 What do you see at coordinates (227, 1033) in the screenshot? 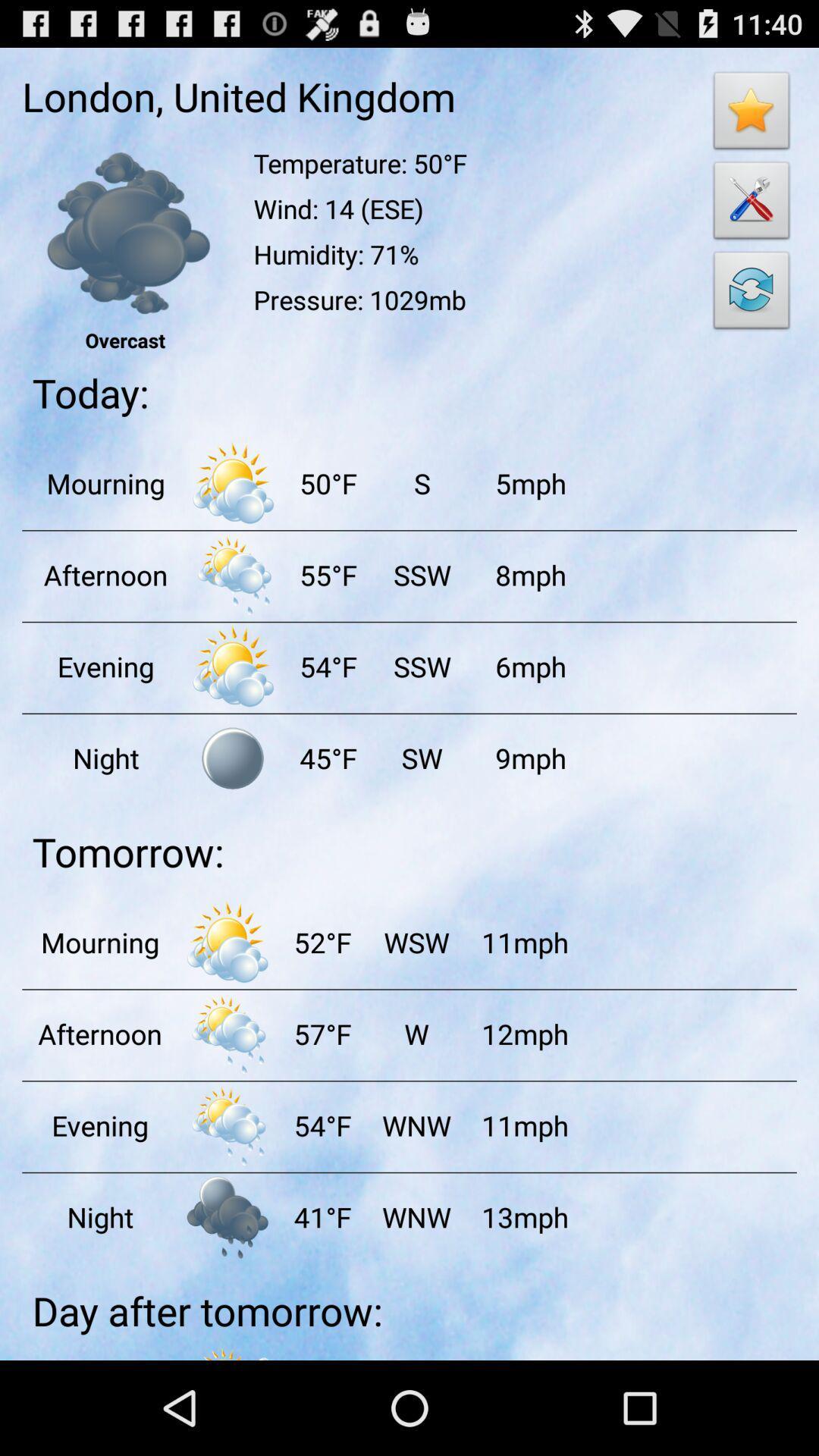
I see `show precipitation information for tomorrow afternoon` at bounding box center [227, 1033].